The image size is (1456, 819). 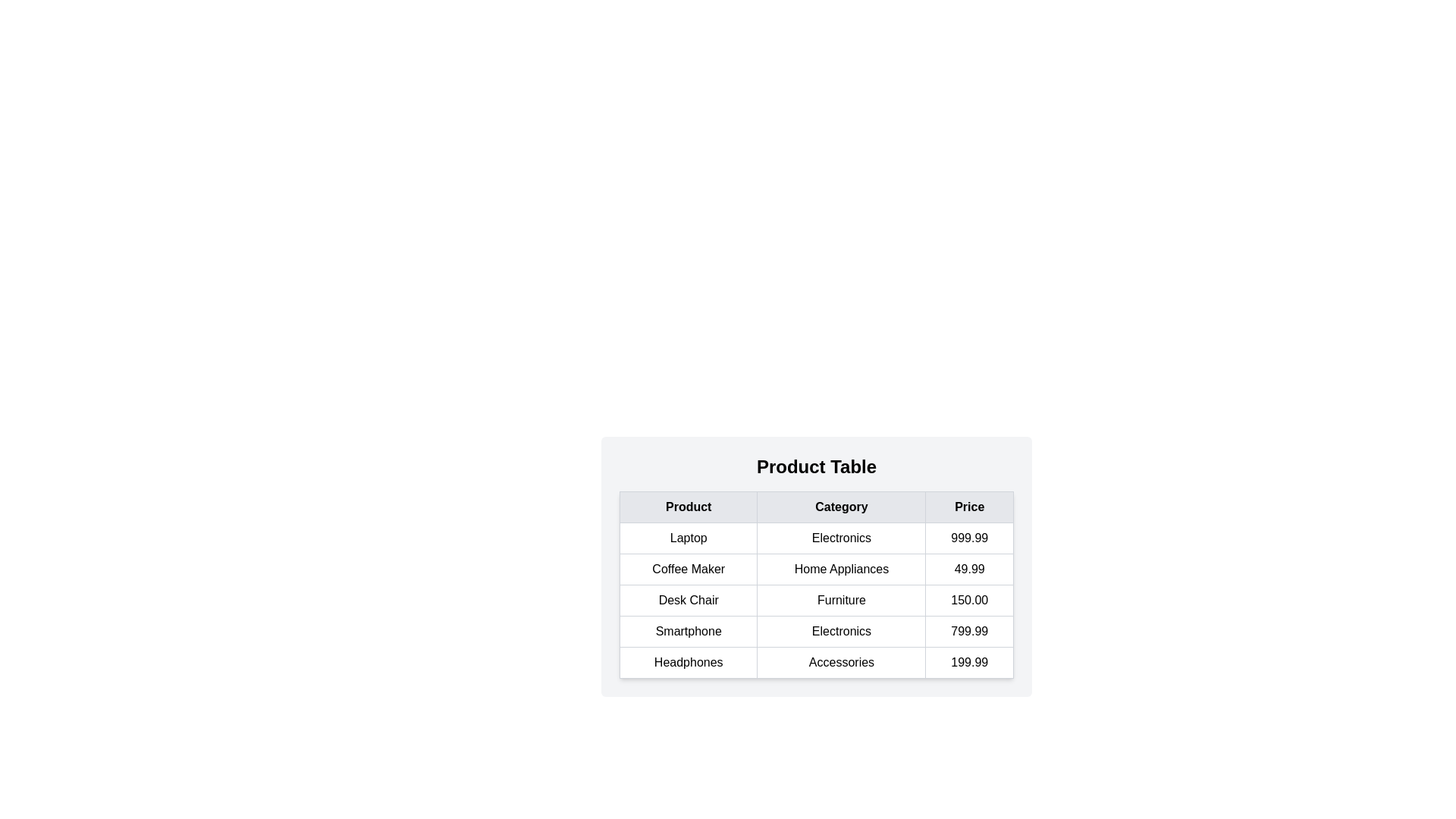 I want to click on the table header row element containing the cells labeled 'Product', 'Category', and 'Price', which is the top-most row of a centrally positioned table with a light gray background, so click(x=815, y=507).